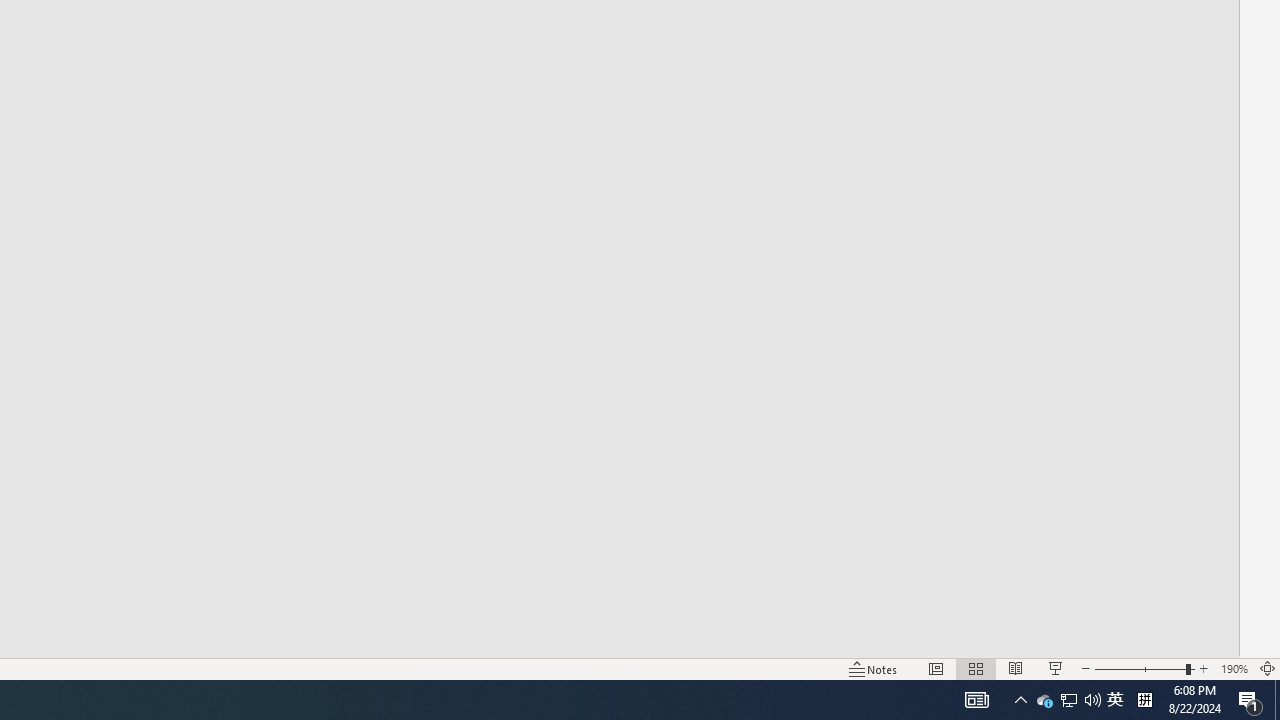 The image size is (1280, 720). What do you see at coordinates (935, 669) in the screenshot?
I see `'Normal'` at bounding box center [935, 669].